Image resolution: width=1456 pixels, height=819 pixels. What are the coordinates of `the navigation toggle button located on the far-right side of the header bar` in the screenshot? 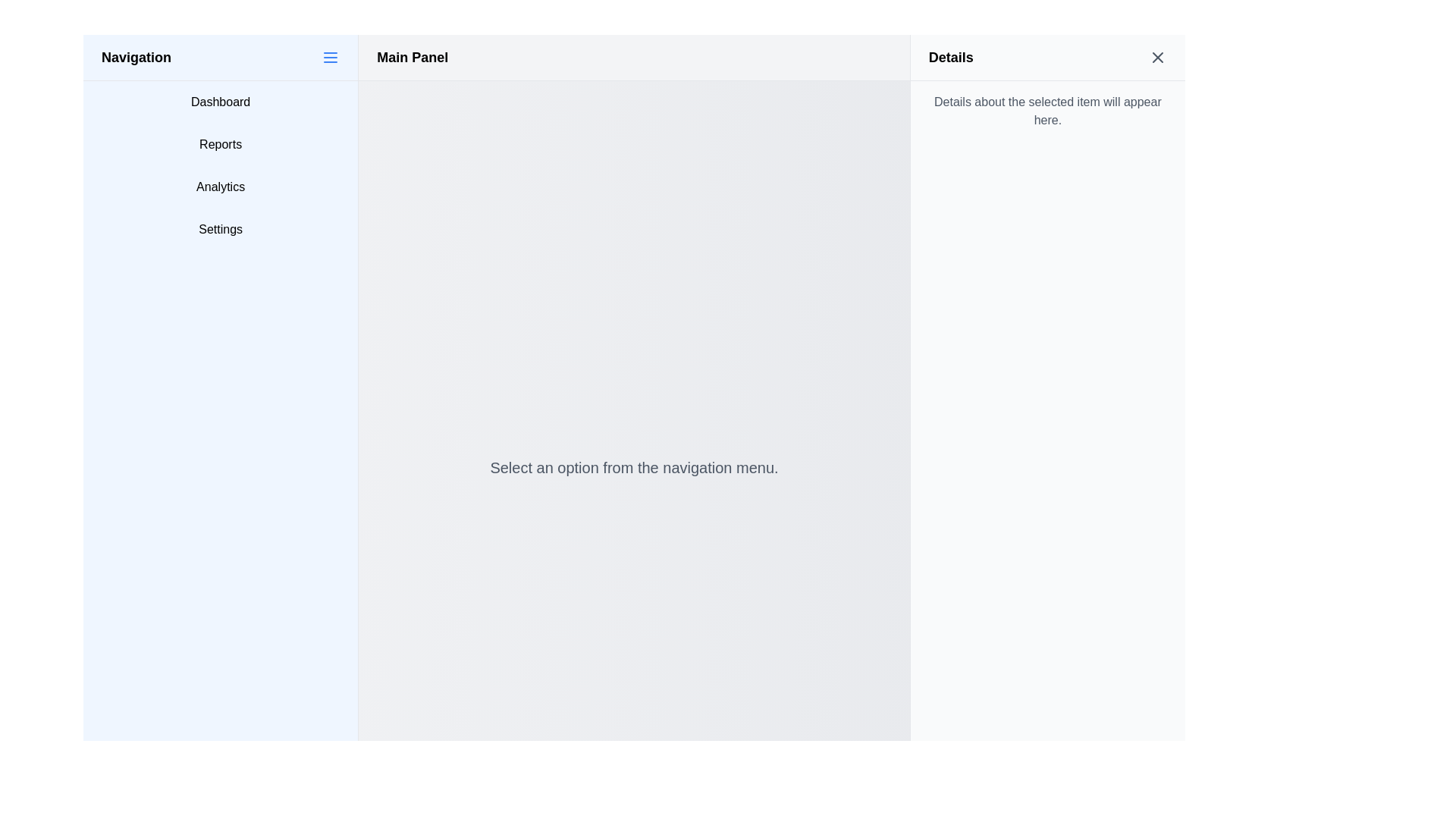 It's located at (330, 57).